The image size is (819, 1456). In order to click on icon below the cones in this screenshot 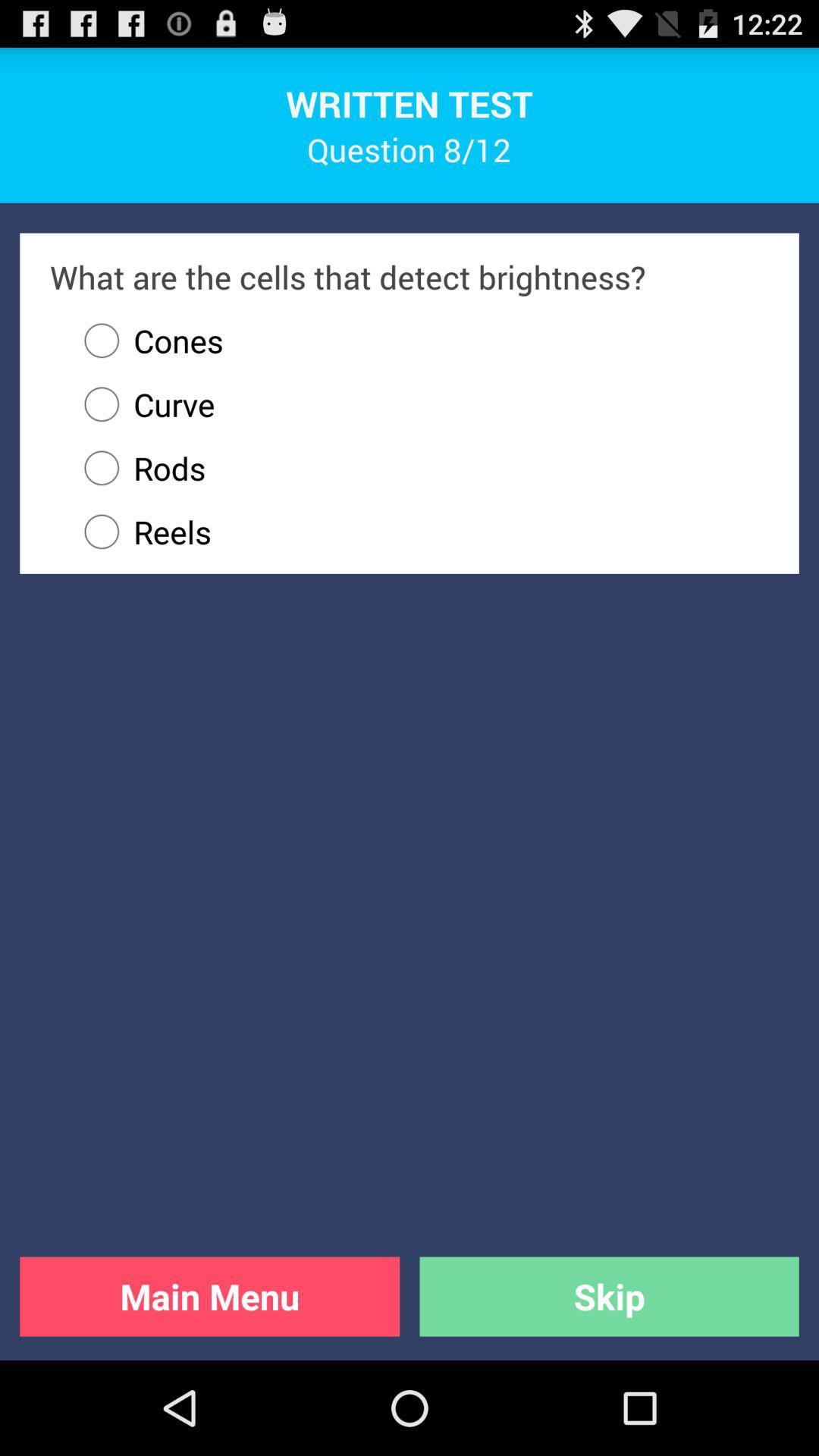, I will do `click(142, 404)`.